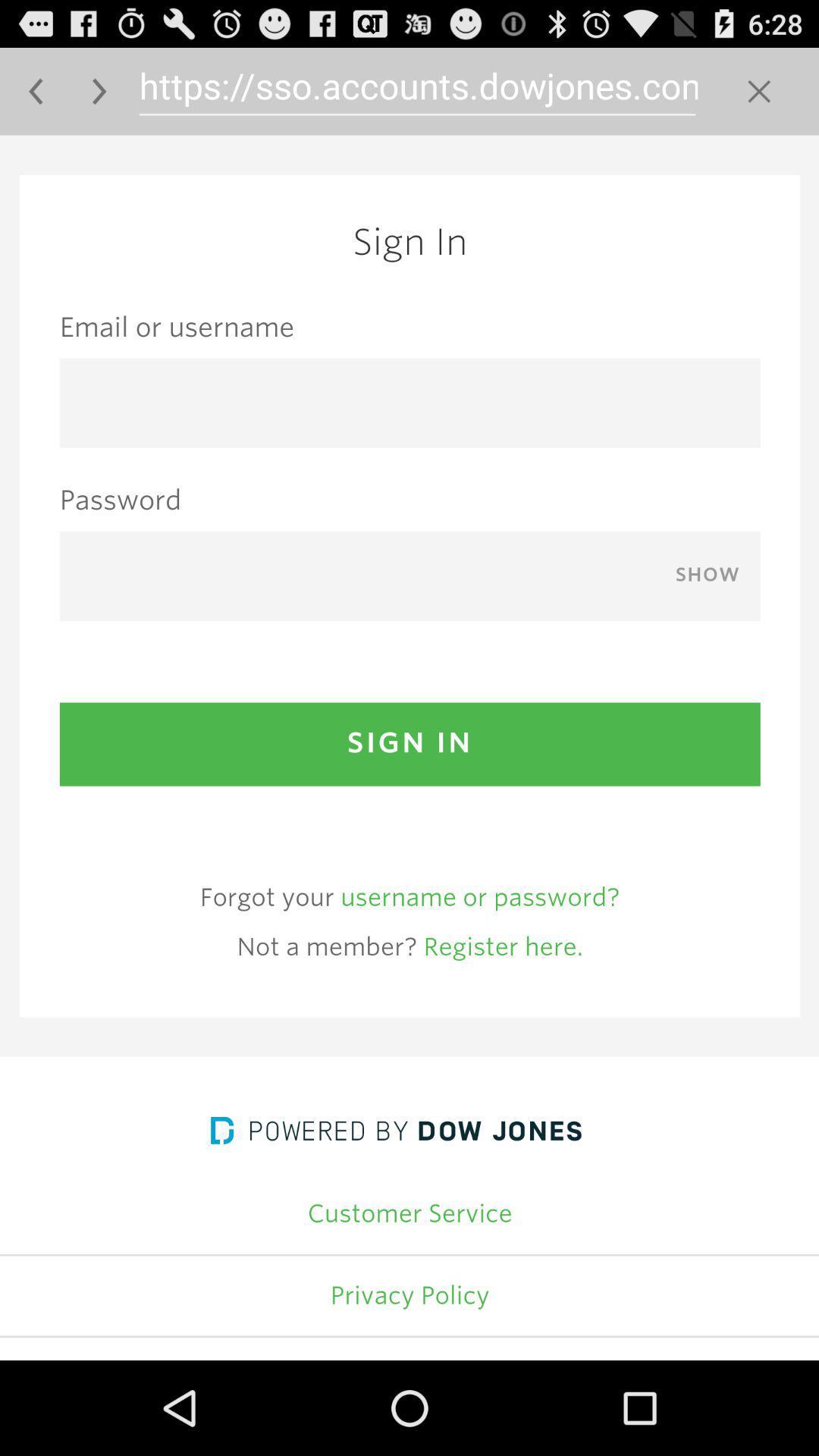  What do you see at coordinates (759, 90) in the screenshot?
I see `clear address bar` at bounding box center [759, 90].